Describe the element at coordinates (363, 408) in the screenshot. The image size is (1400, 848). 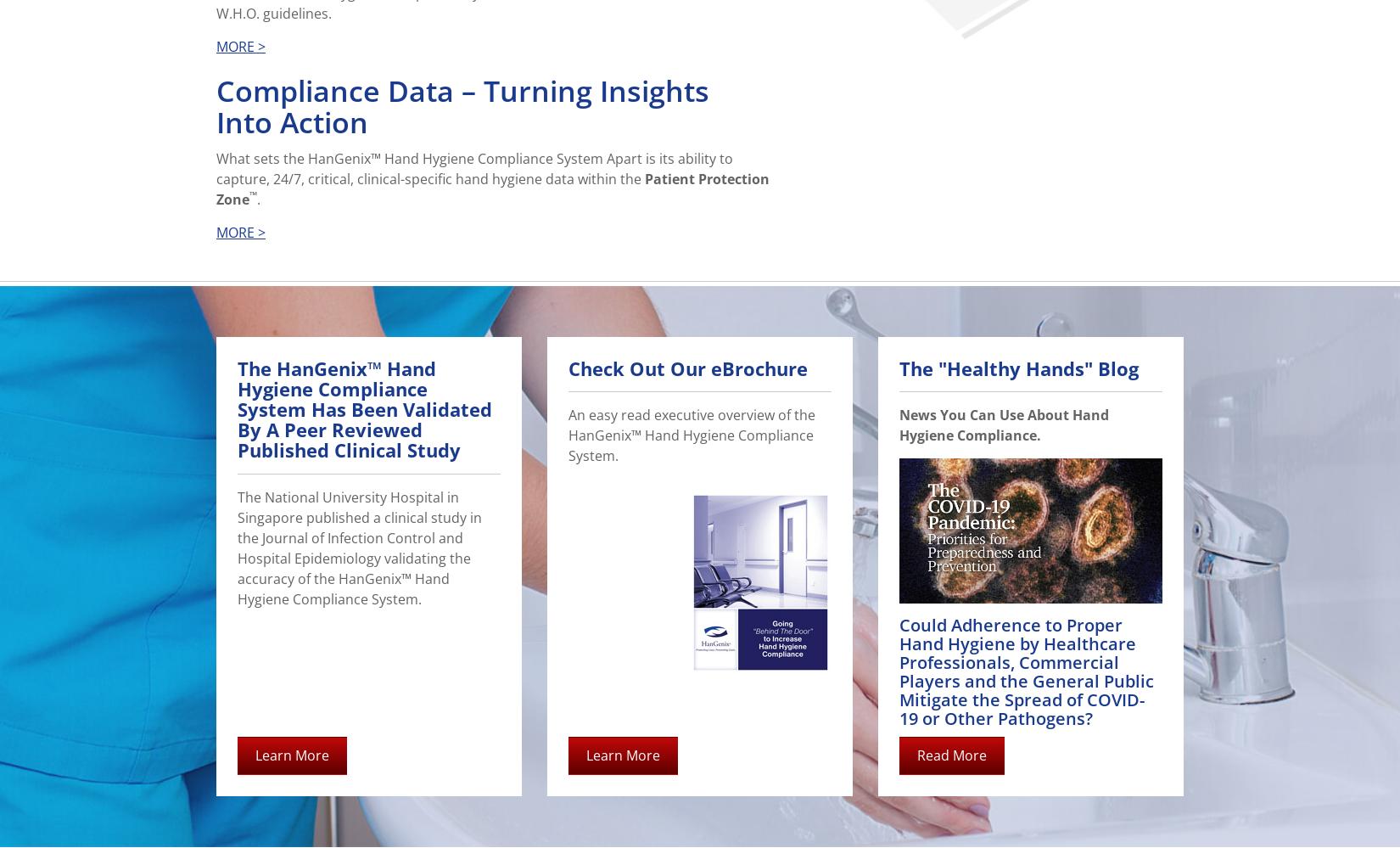
I see `'The HanGenix™ Hand Hygiene Compliance System Has Been Validated By A Peer Reviewed Published Clinical Study'` at that location.